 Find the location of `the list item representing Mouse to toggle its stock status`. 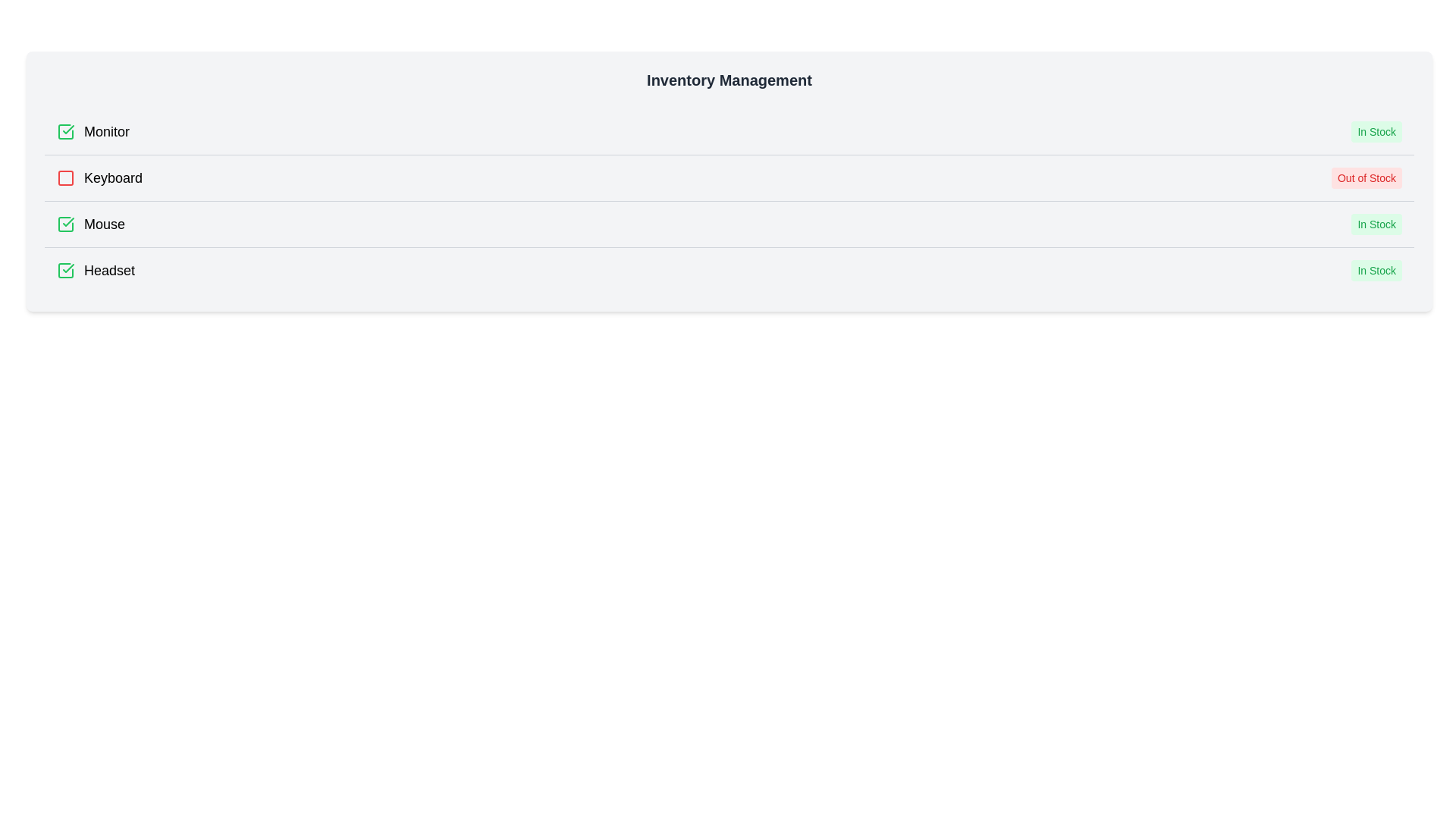

the list item representing Mouse to toggle its stock status is located at coordinates (729, 224).